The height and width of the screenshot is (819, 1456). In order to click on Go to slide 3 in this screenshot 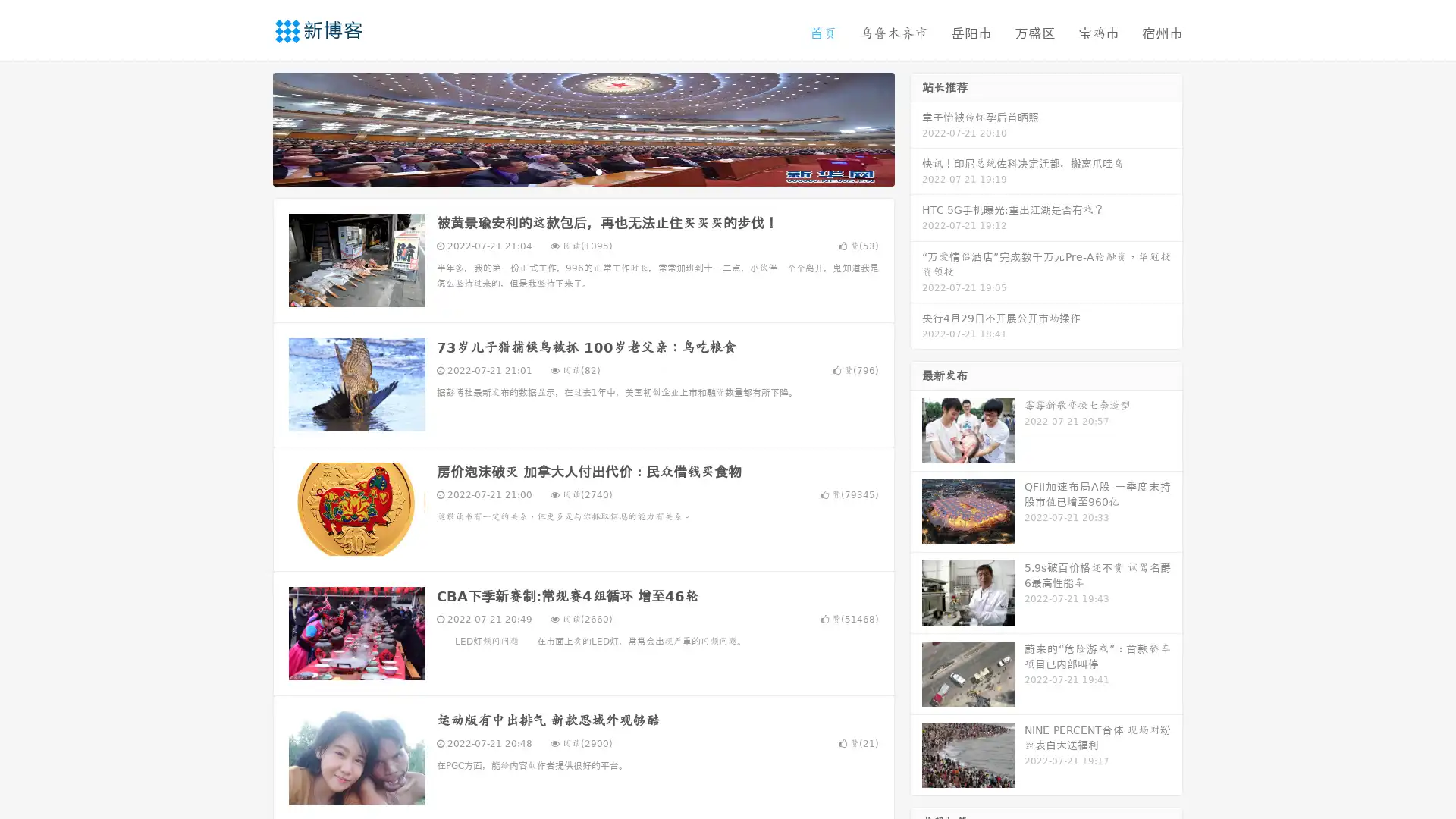, I will do `click(598, 171)`.